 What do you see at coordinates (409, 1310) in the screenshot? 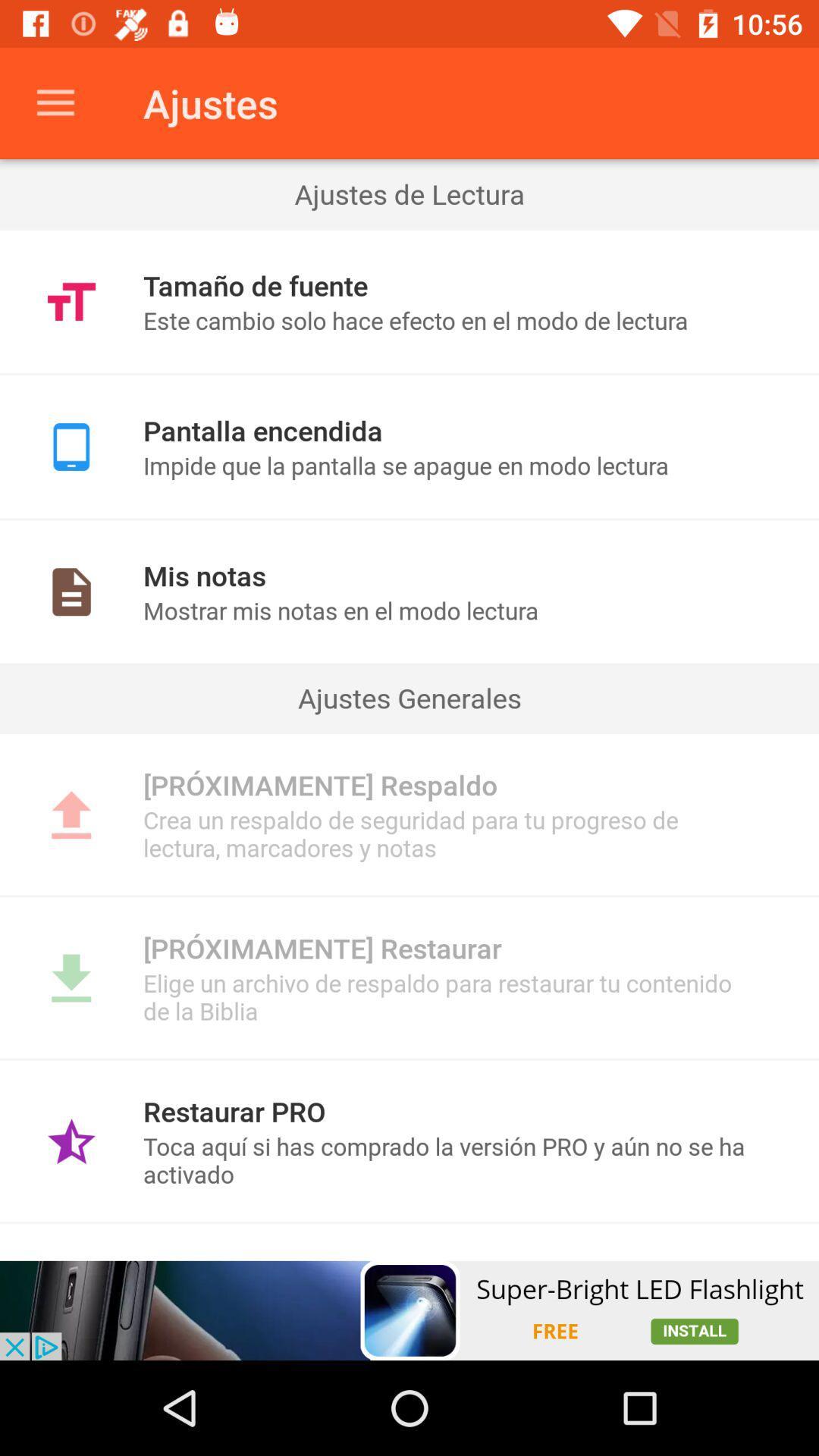
I see `switch autoplay` at bounding box center [409, 1310].